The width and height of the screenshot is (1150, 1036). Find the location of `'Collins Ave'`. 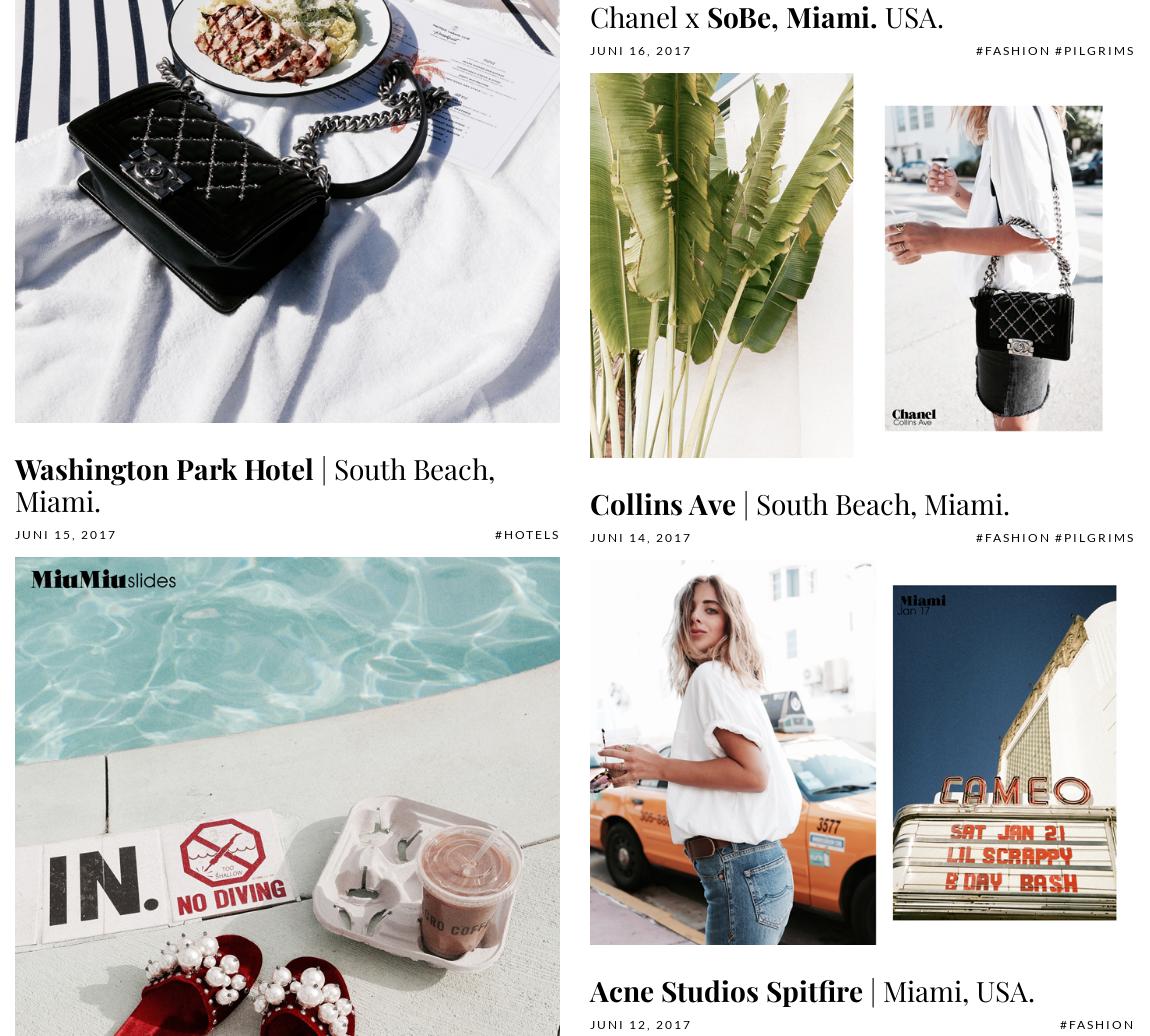

'Collins Ave' is located at coordinates (661, 503).